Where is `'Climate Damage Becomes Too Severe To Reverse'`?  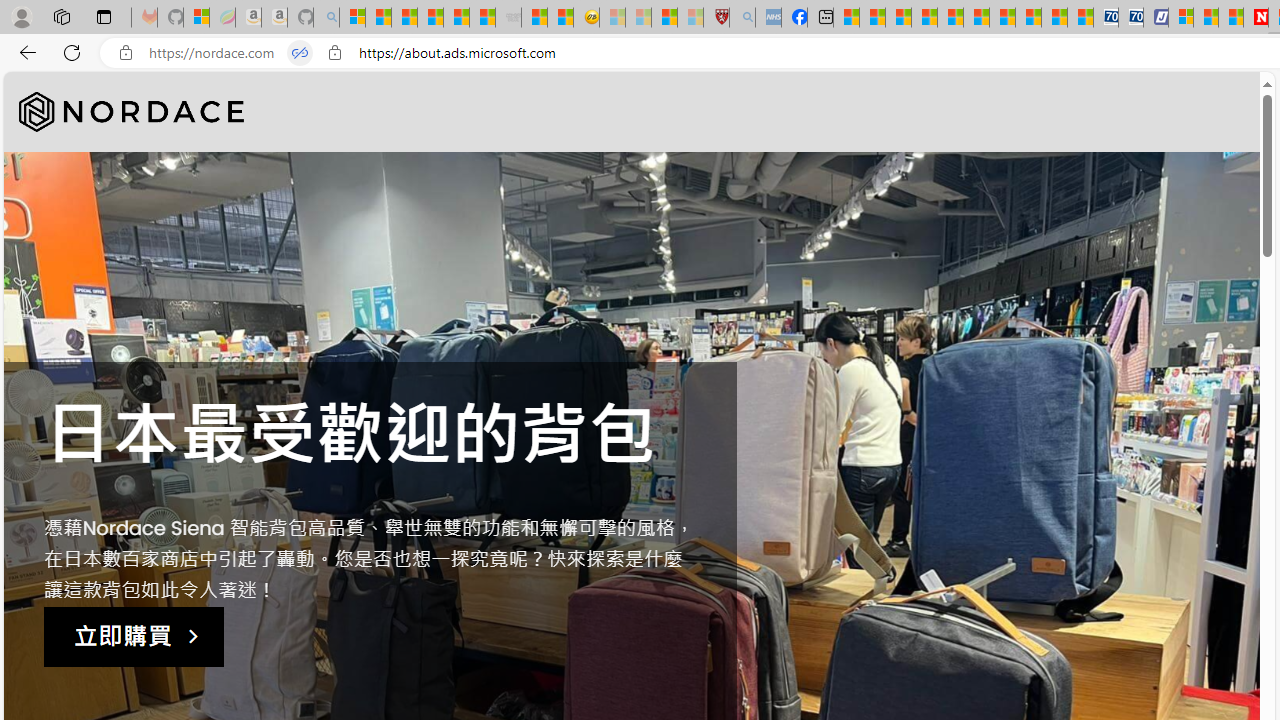 'Climate Damage Becomes Too Severe To Reverse' is located at coordinates (923, 17).